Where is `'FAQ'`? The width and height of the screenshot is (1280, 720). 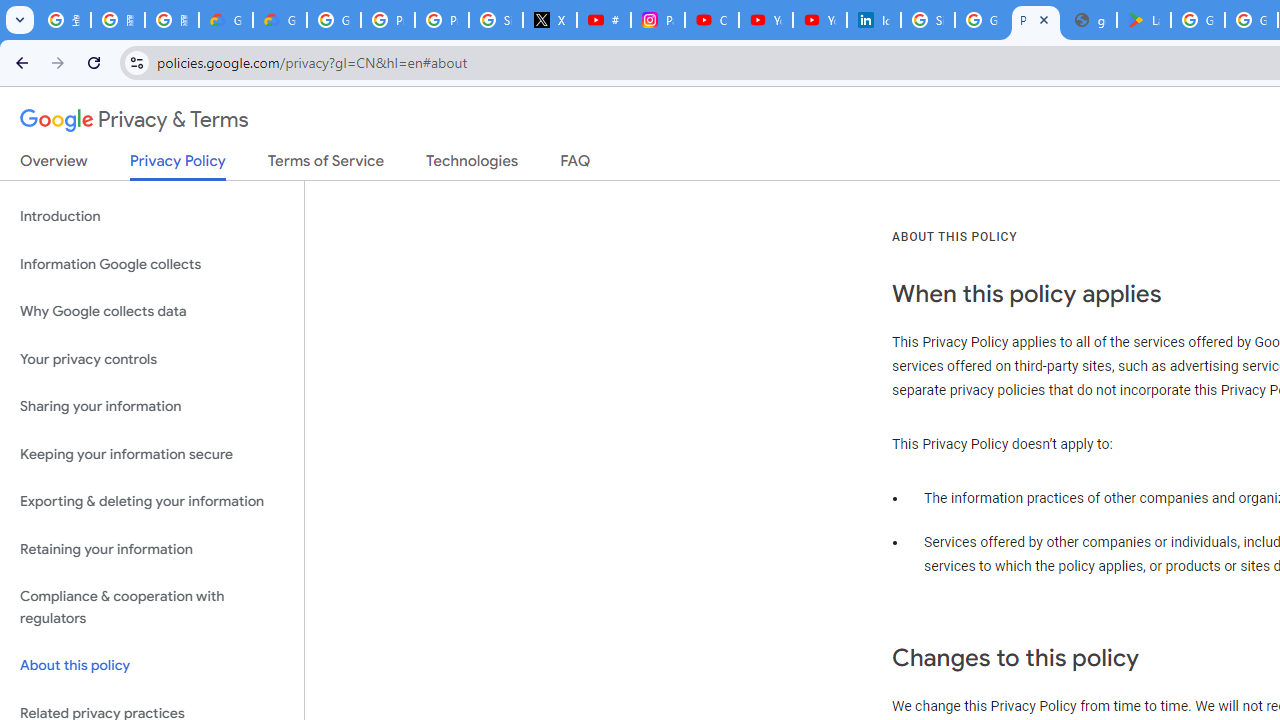 'FAQ' is located at coordinates (575, 164).